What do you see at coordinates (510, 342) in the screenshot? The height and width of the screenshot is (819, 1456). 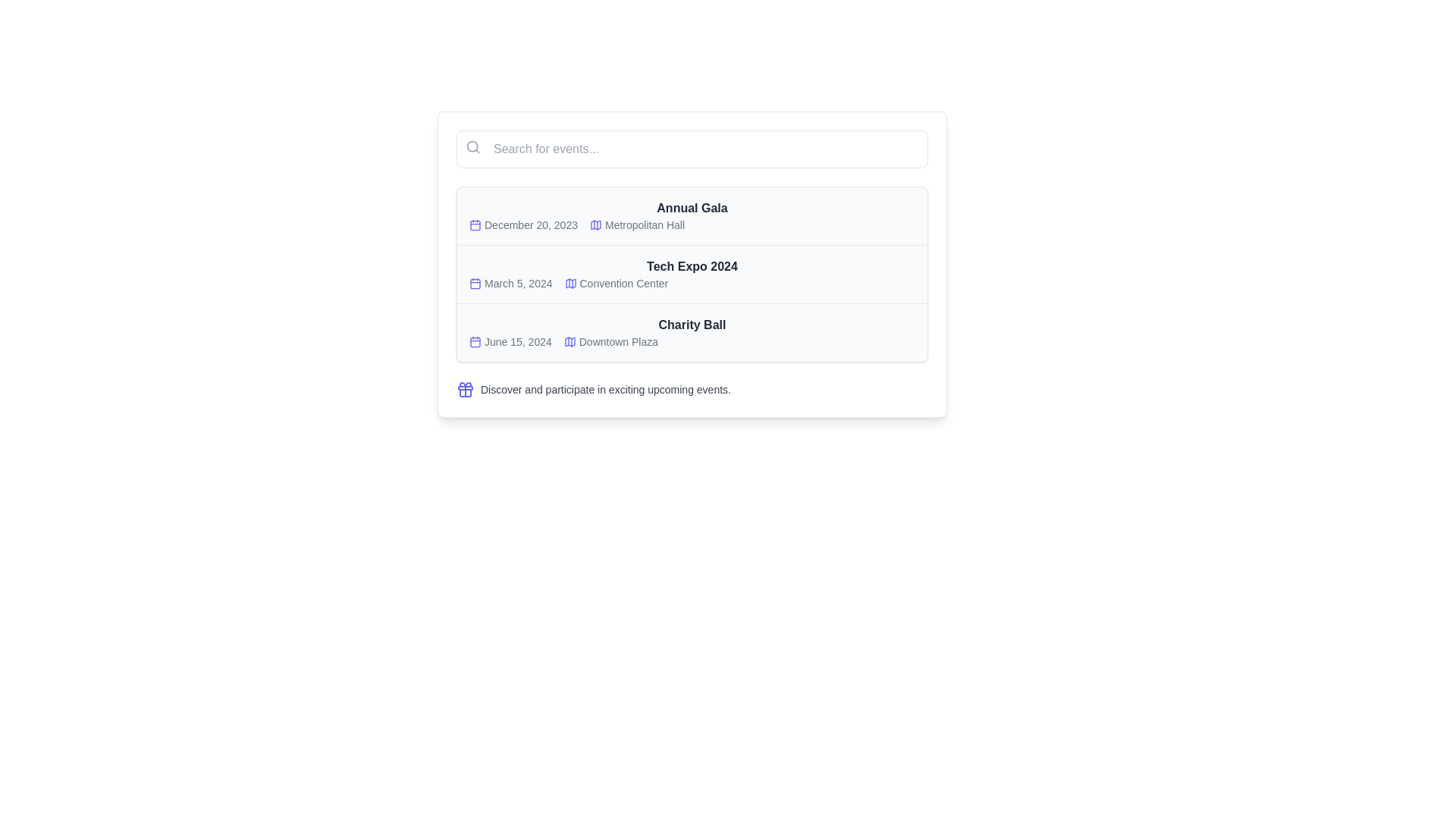 I see `the static text displaying the date 'June 15, 2024' with an indigo calendar icon, located in the 'Charity Ball' section` at bounding box center [510, 342].